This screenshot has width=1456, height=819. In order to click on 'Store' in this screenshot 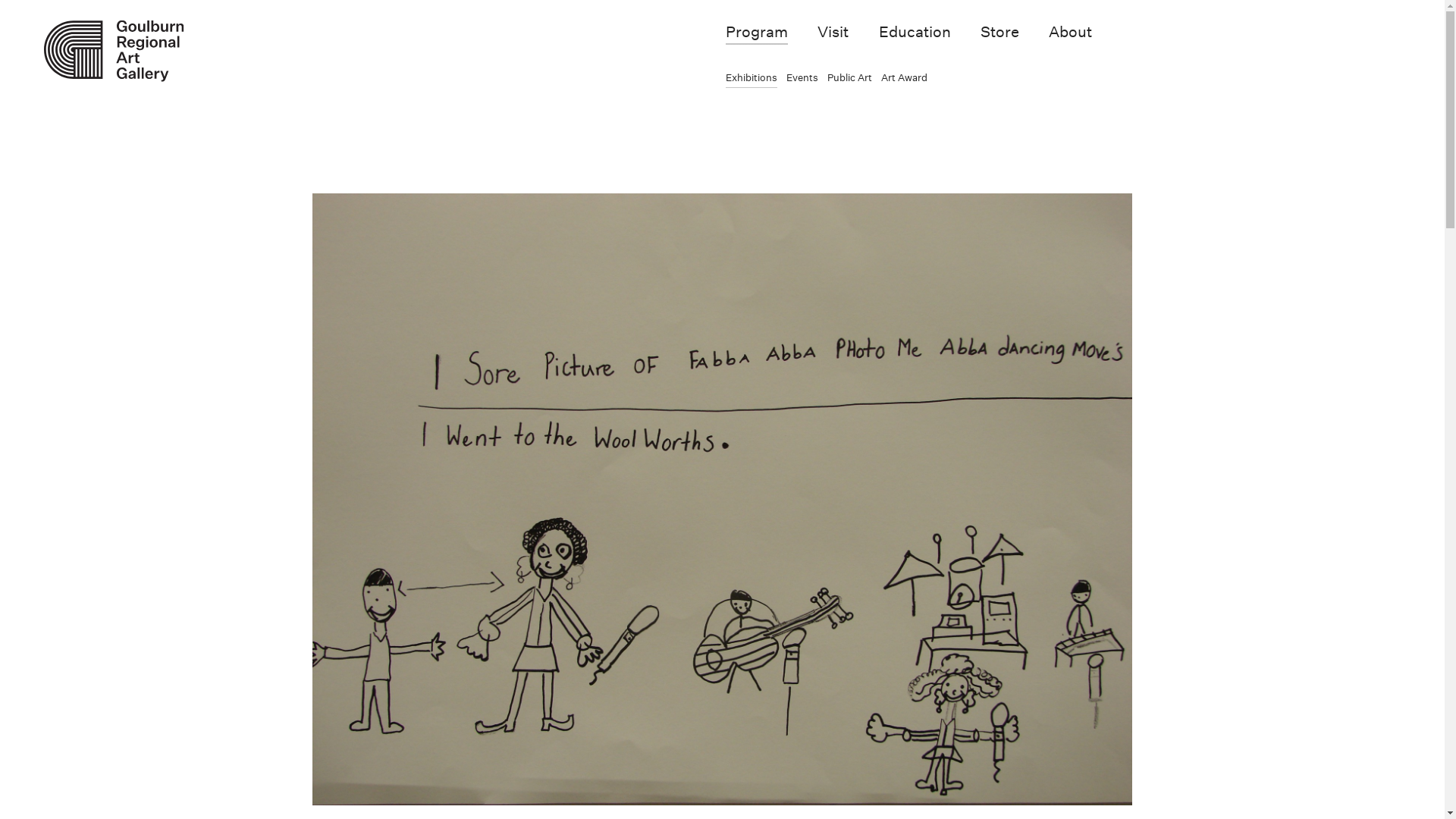, I will do `click(999, 32)`.